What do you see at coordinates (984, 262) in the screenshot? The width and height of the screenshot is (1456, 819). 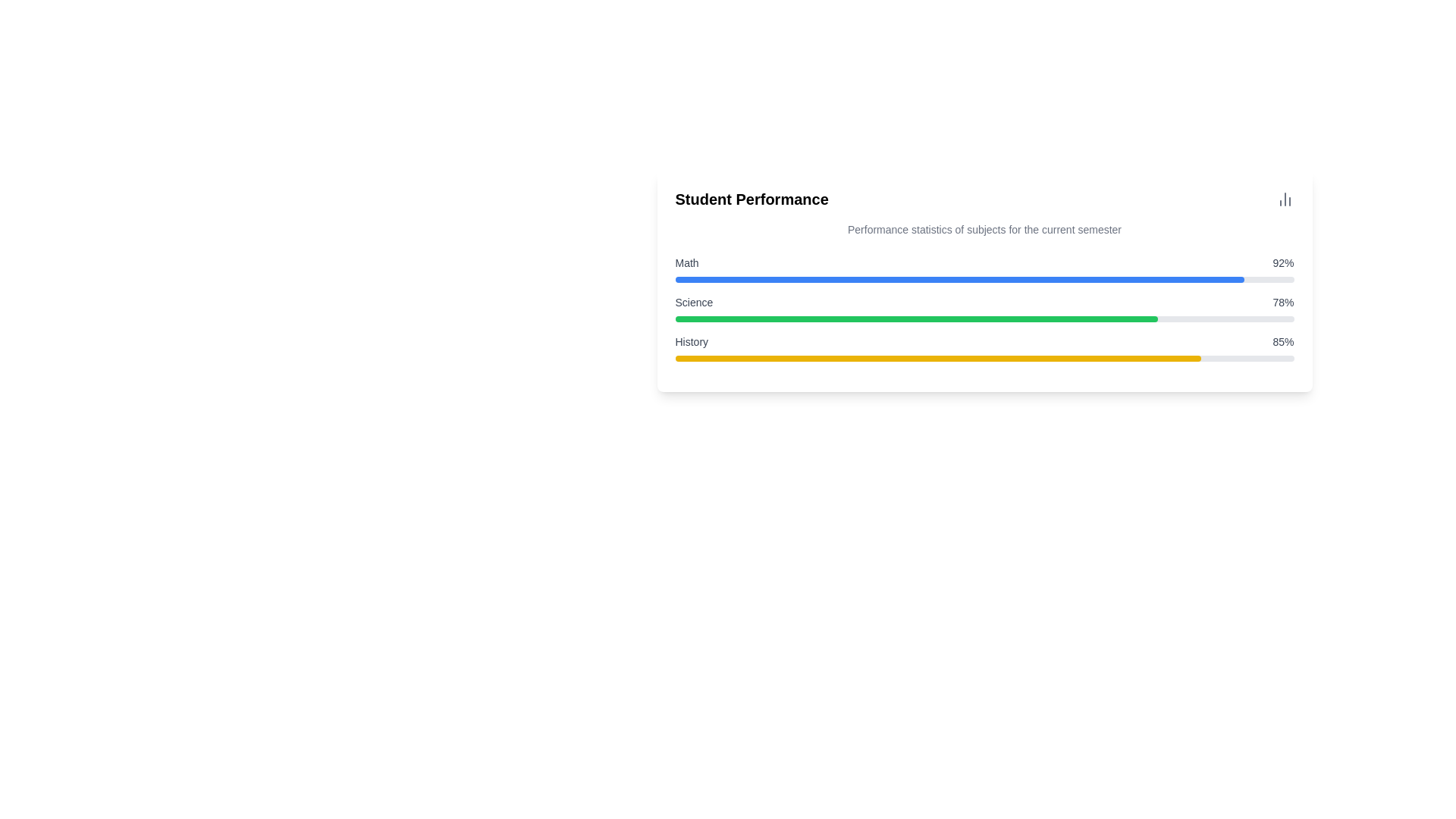 I see `displayed statistic from the Statistical display component showing 'Math' and '92%' at the top of the vertical list` at bounding box center [984, 262].